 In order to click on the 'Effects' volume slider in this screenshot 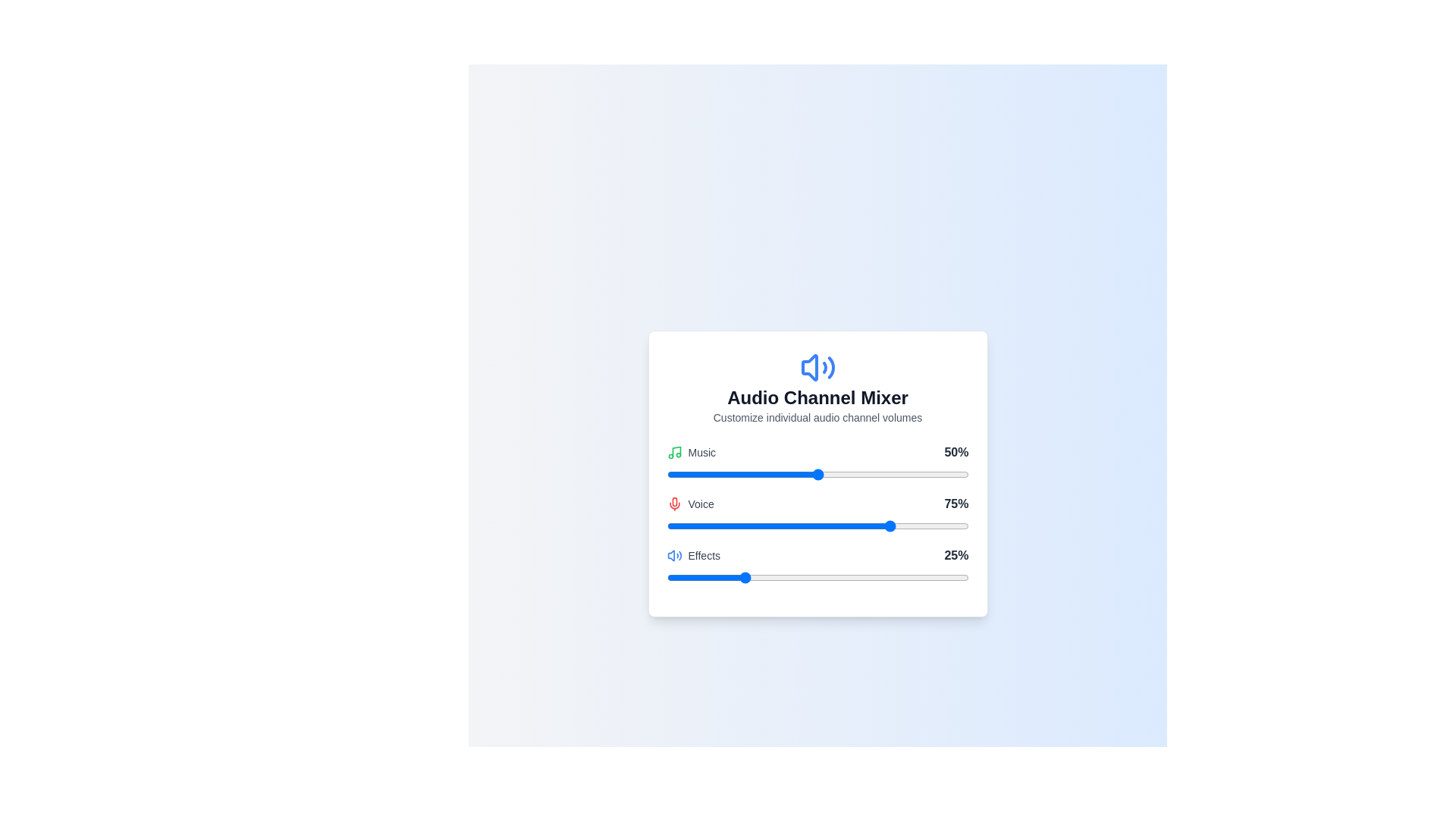, I will do `click(940, 578)`.